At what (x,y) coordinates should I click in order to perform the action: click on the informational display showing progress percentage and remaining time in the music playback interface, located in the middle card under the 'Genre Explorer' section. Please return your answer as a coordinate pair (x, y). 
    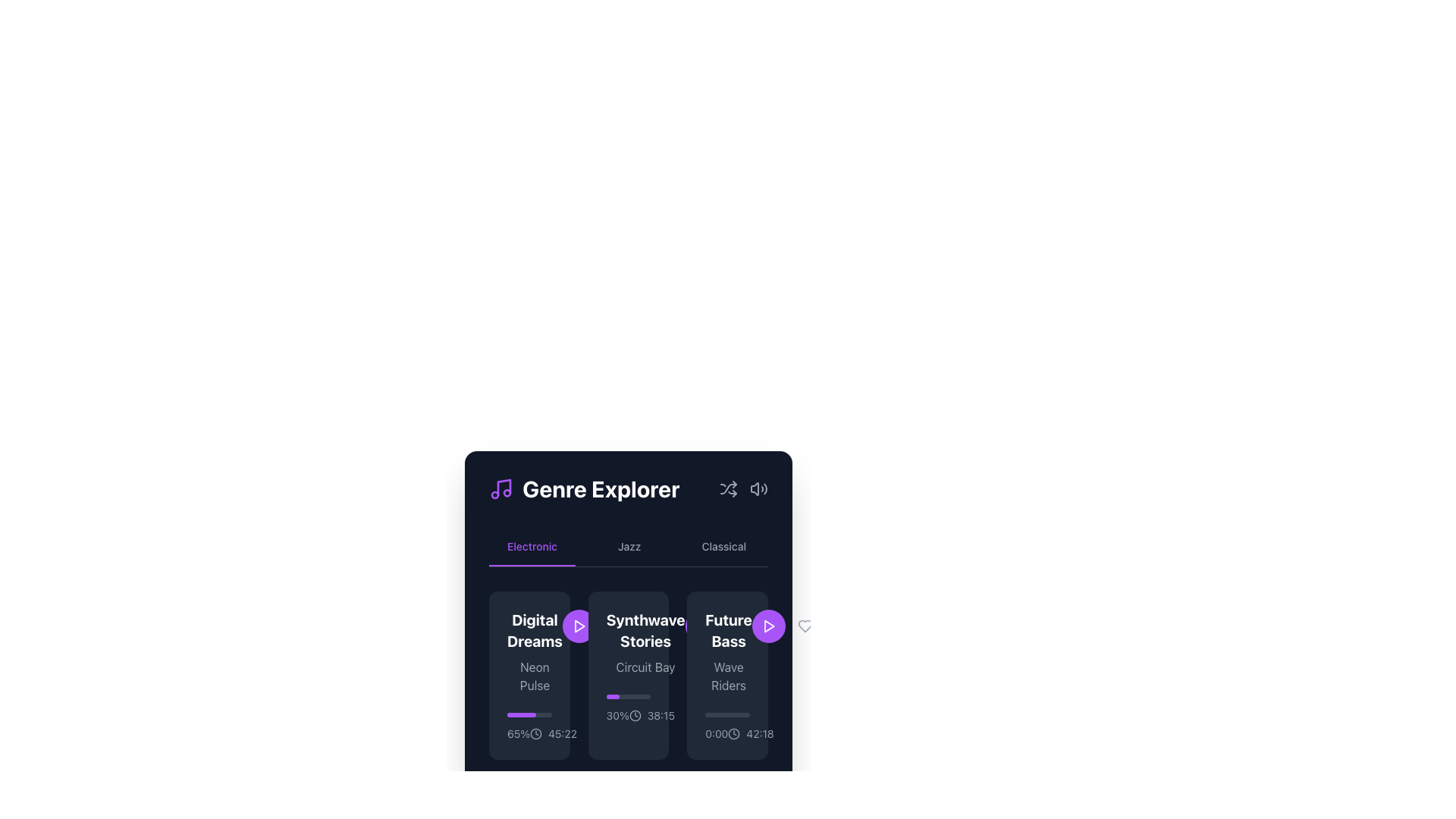
    Looking at the image, I should click on (629, 716).